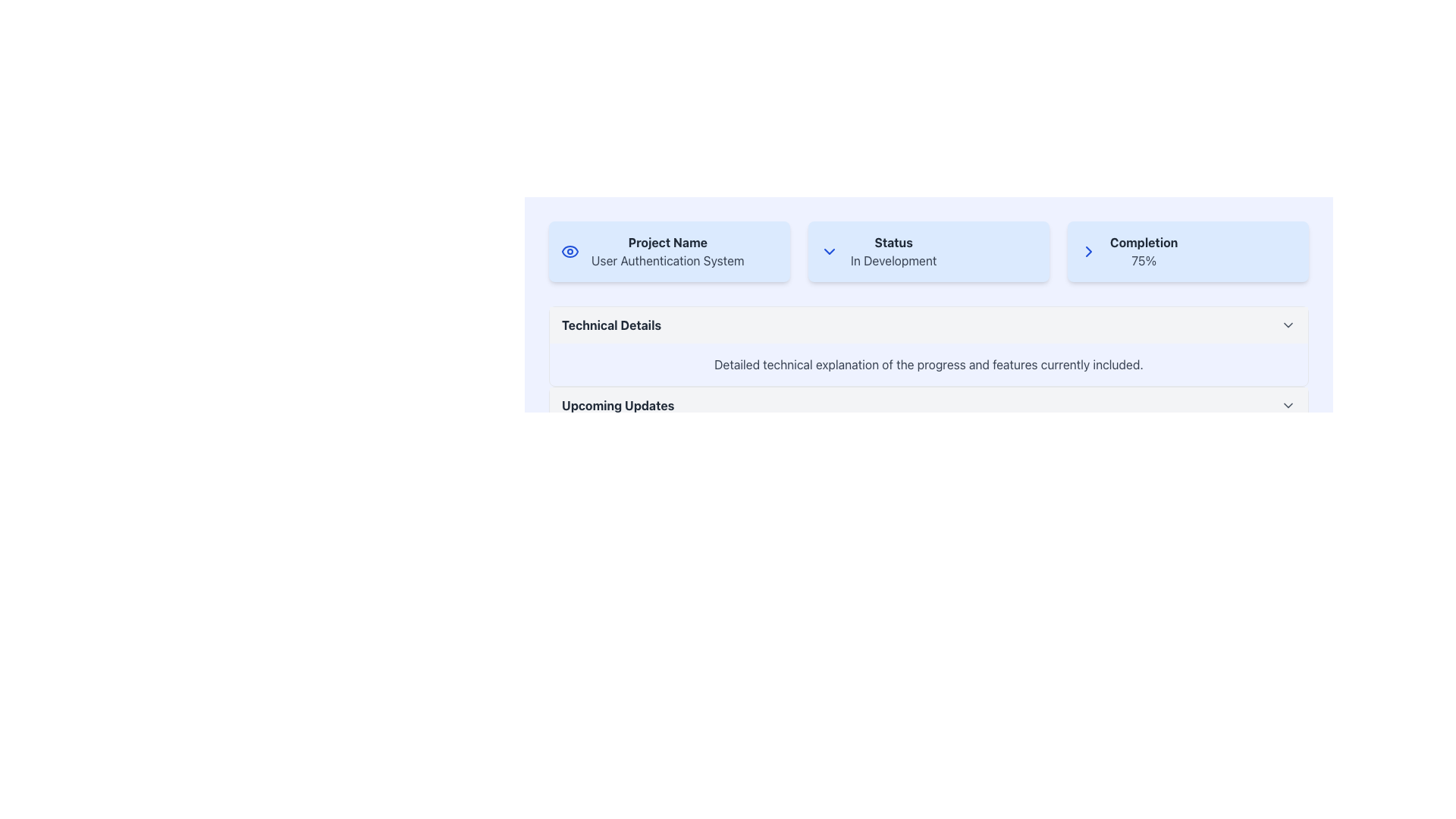  What do you see at coordinates (829, 250) in the screenshot?
I see `the downward-pointing chevron icon styled in blue, which is located within a rounded light blue background before the text 'Status' and 'In Development'` at bounding box center [829, 250].